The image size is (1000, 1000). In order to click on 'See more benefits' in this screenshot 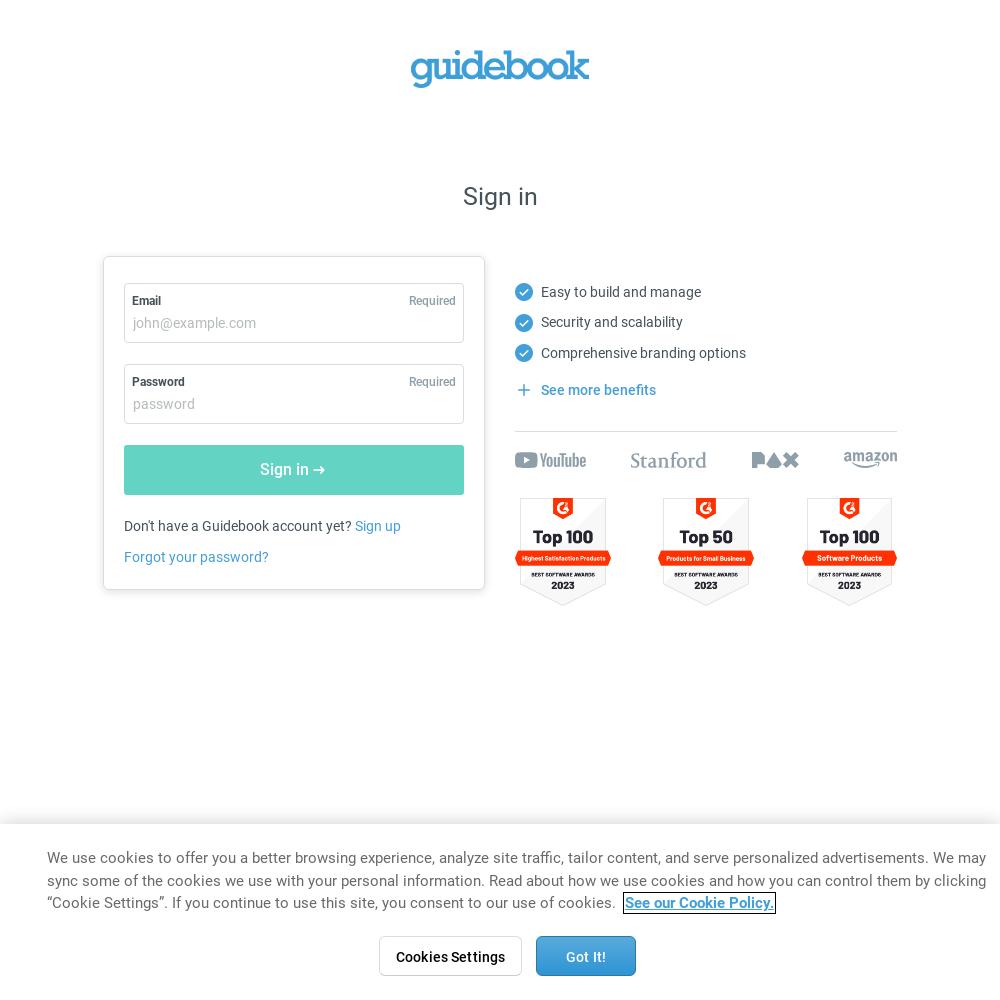, I will do `click(596, 389)`.